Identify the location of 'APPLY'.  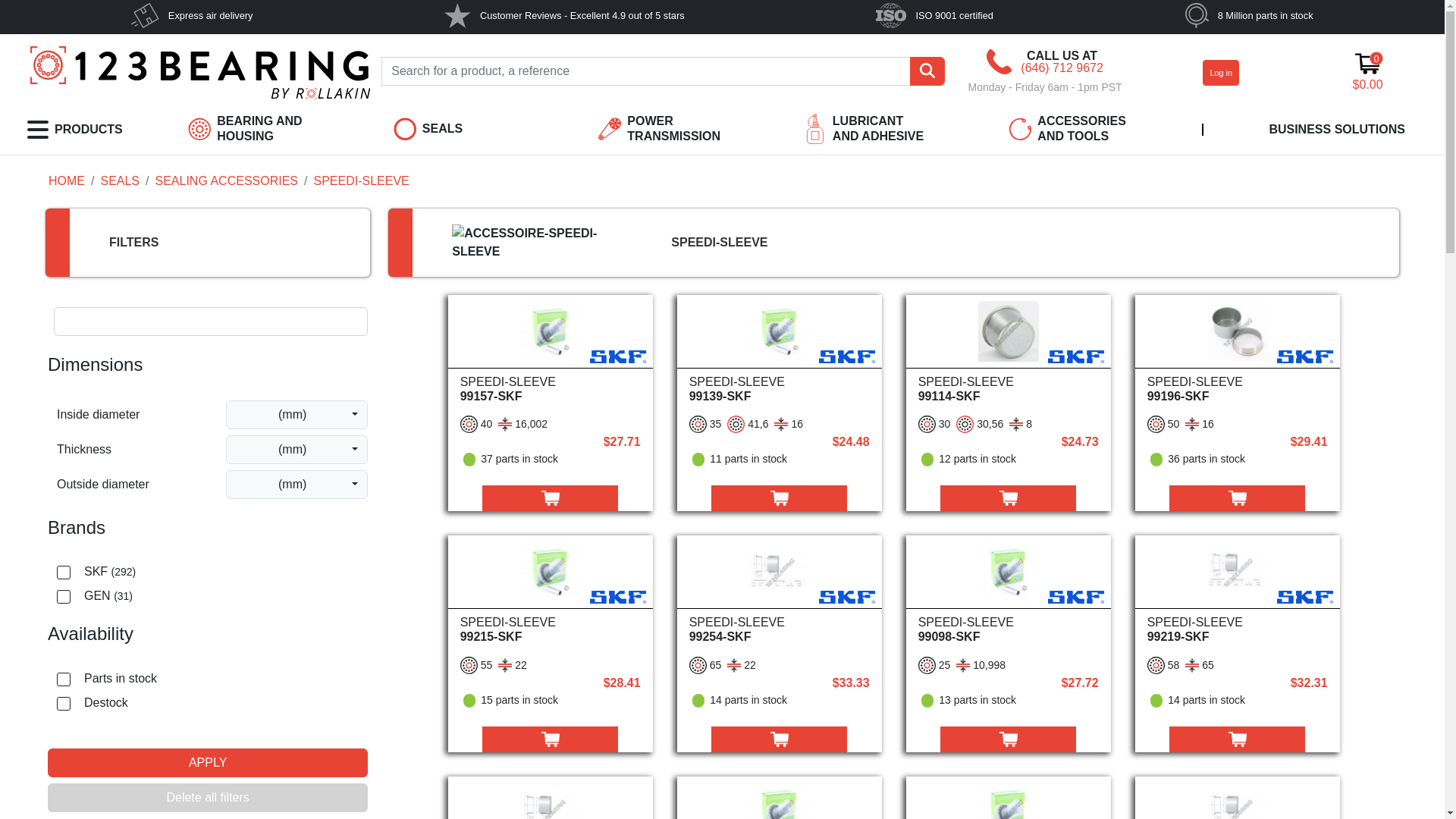
(206, 763).